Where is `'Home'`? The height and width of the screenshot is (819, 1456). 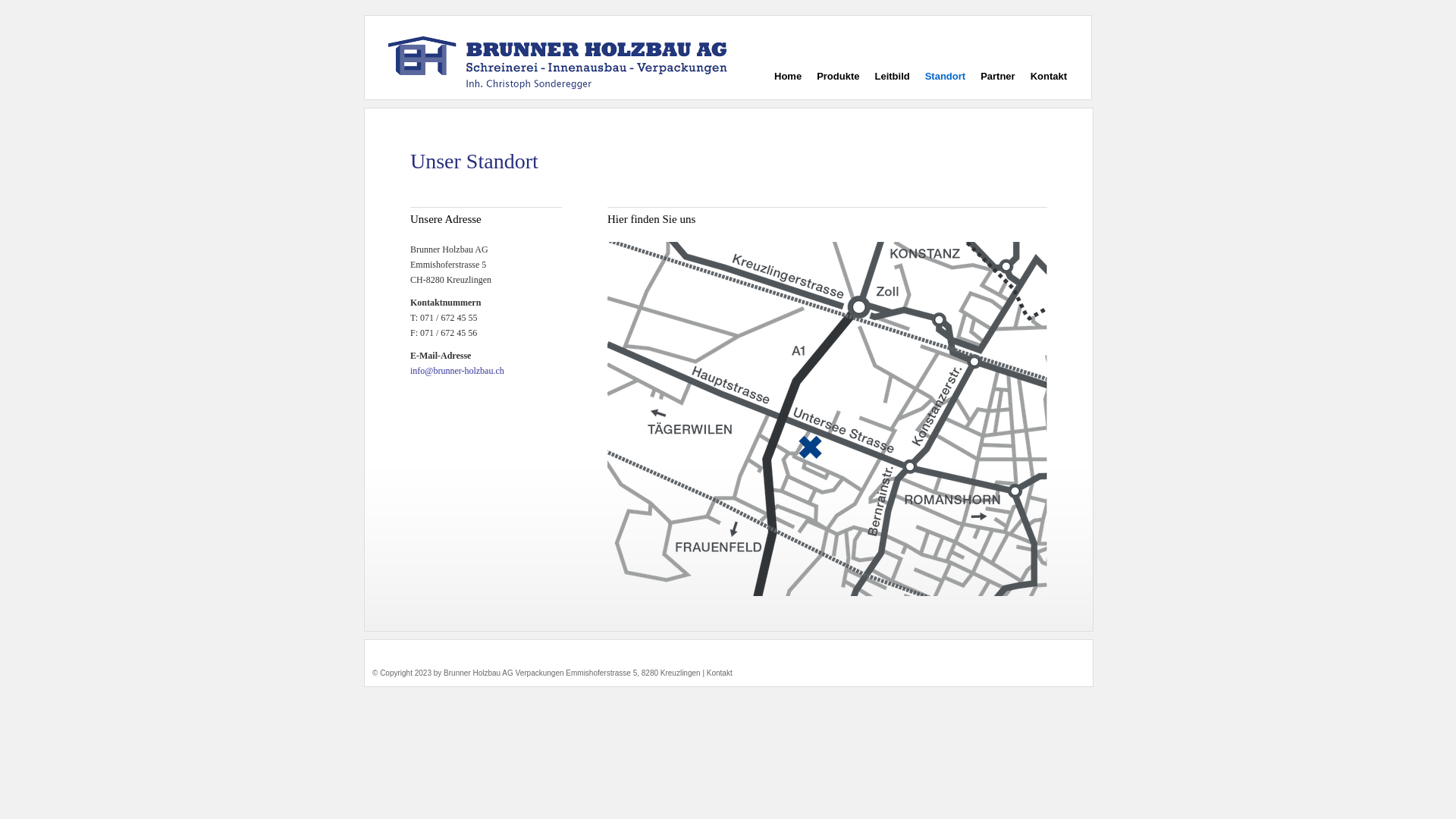 'Home' is located at coordinates (787, 76).